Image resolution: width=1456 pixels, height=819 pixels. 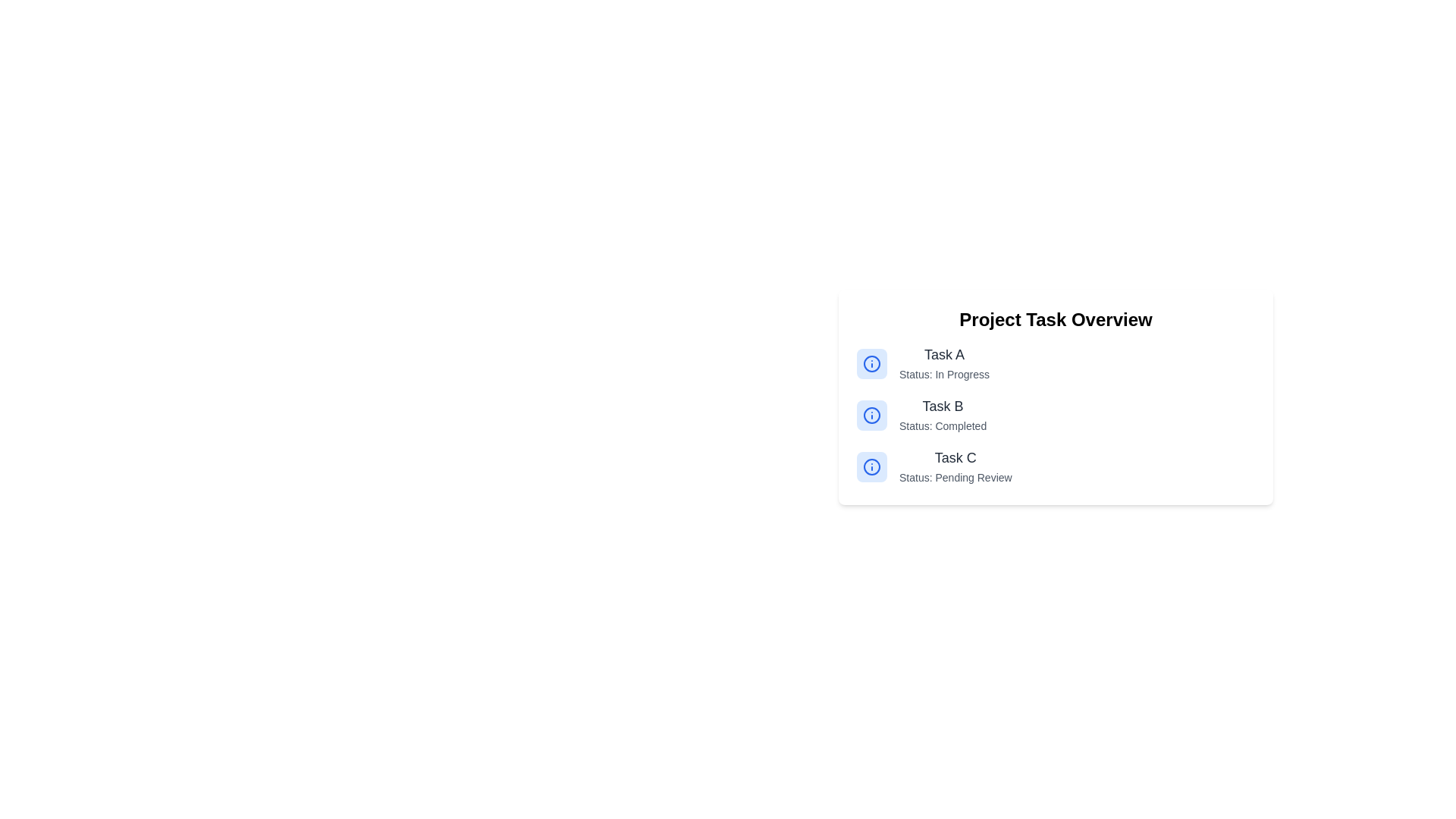 What do you see at coordinates (942, 406) in the screenshot?
I see `the text label displaying 'Task B', which is bold, large, dark gray, and positioned between 'Task A' and 'Task C'` at bounding box center [942, 406].